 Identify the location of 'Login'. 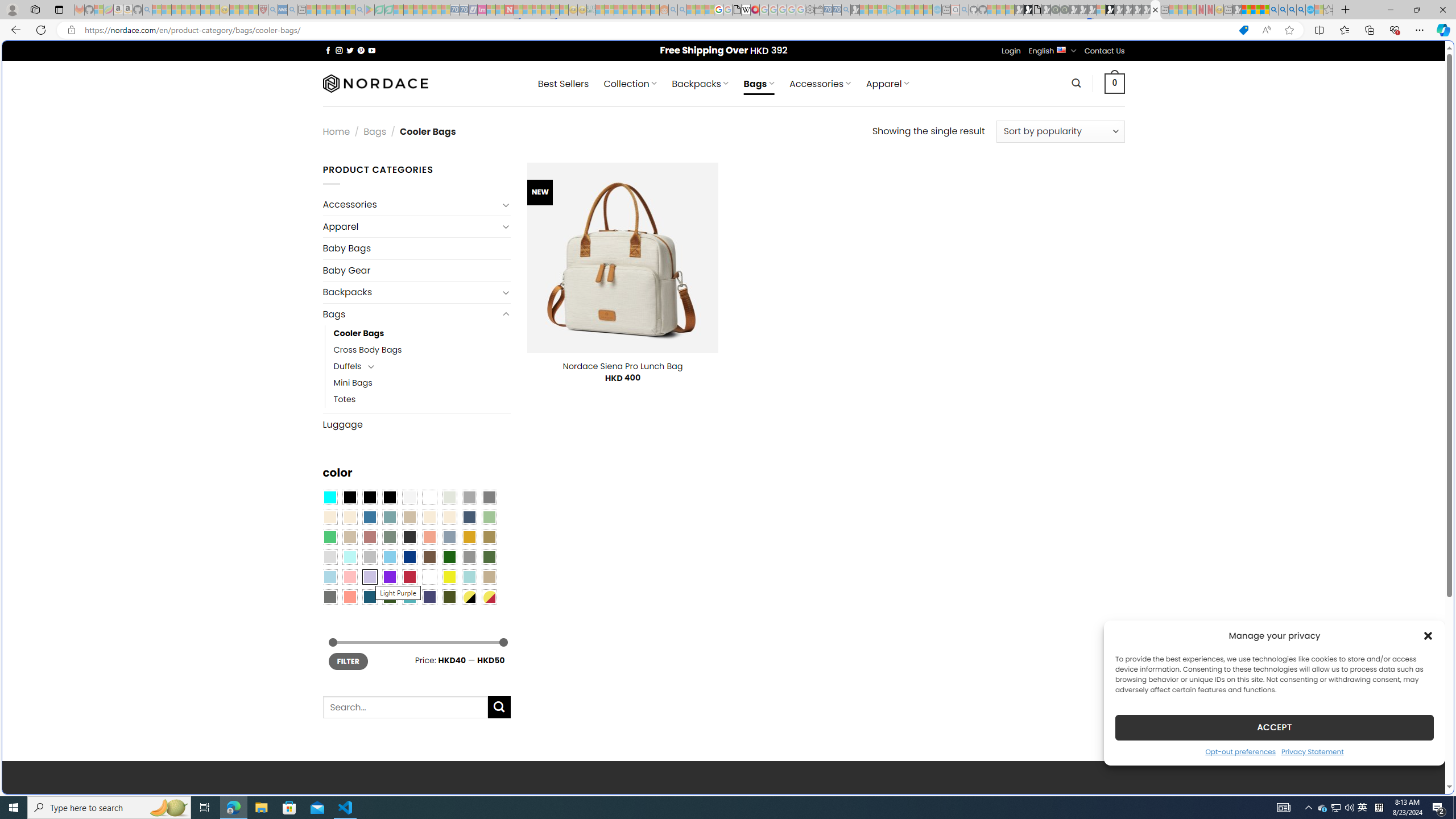
(1011, 50).